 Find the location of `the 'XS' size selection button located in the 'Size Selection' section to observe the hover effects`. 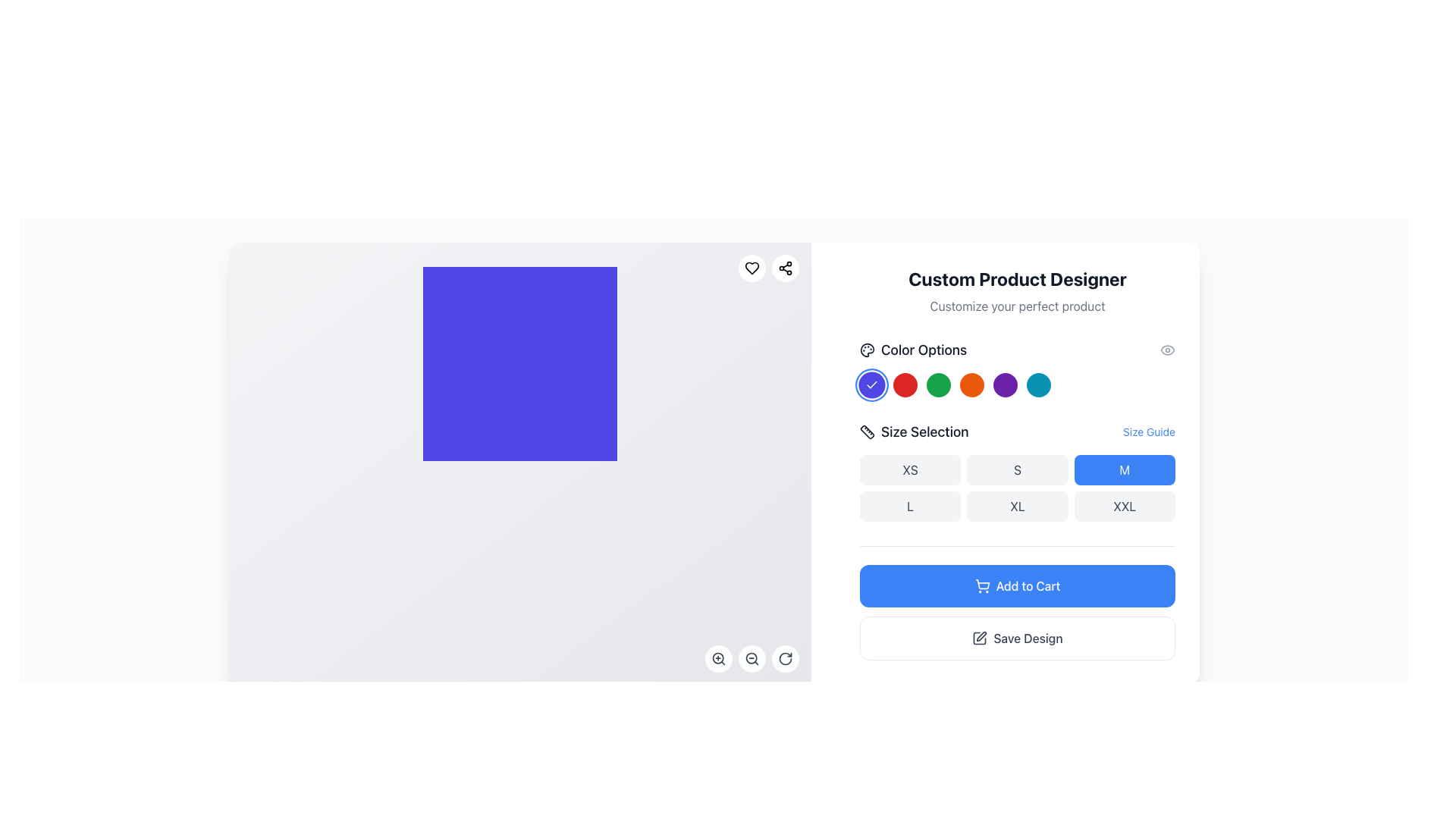

the 'XS' size selection button located in the 'Size Selection' section to observe the hover effects is located at coordinates (910, 469).